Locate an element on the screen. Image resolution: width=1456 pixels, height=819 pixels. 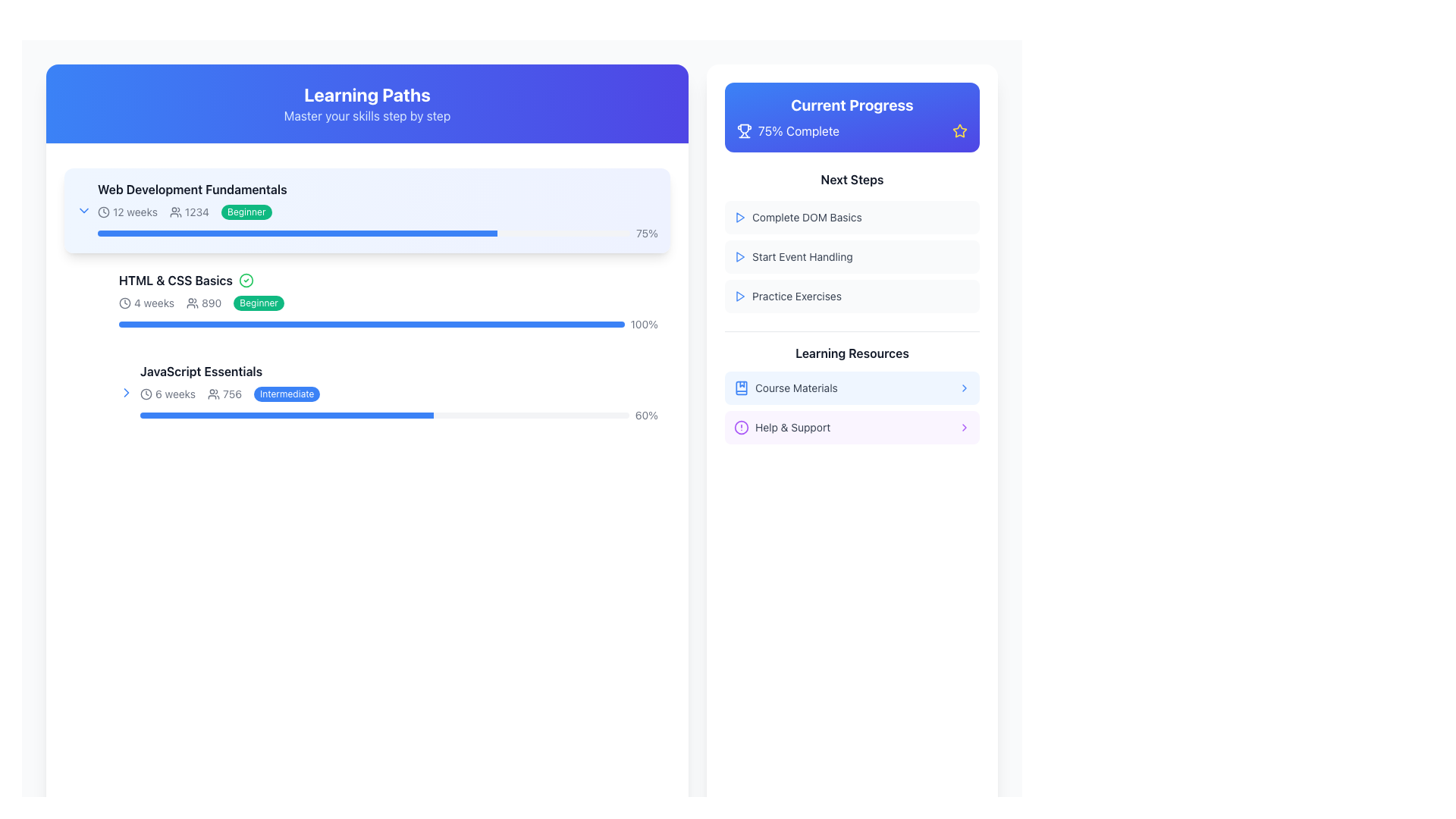
the clock icon next to the '12 weeks' text in the 'Web Development Fundamentals' entry of the 'Learning Paths' list is located at coordinates (103, 212).